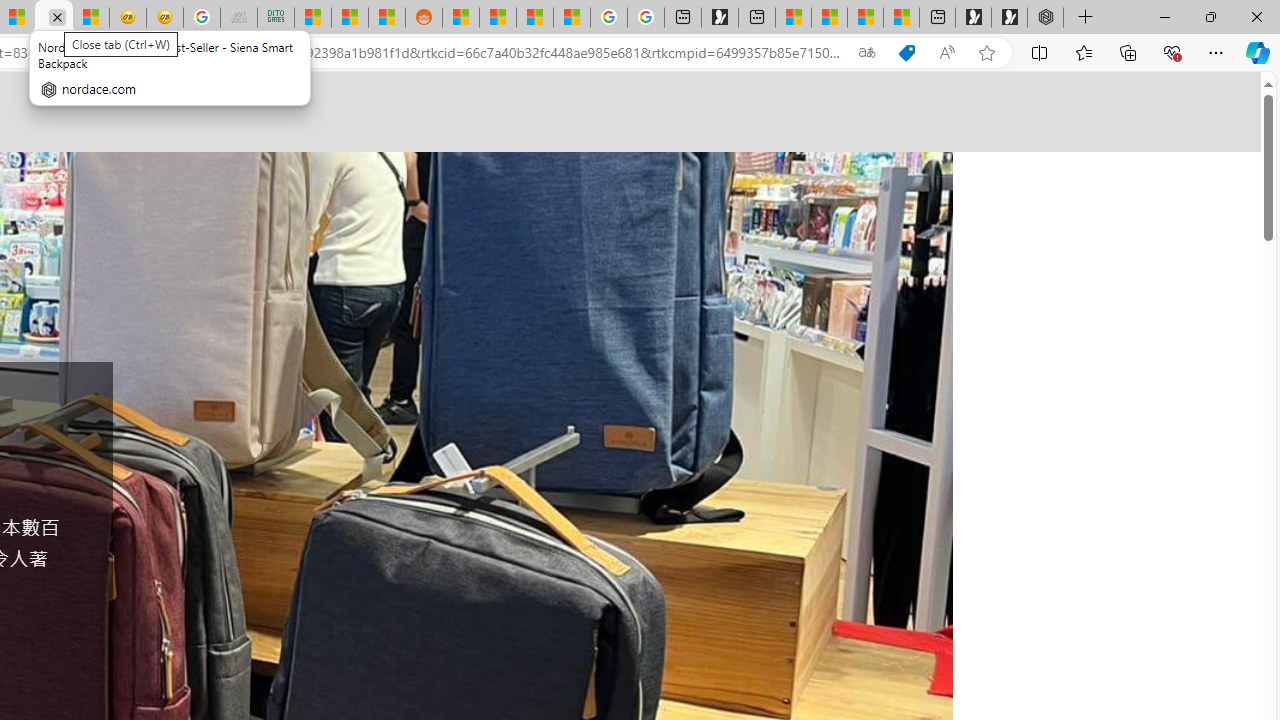 Image resolution: width=1280 pixels, height=720 pixels. I want to click on 'New tab', so click(936, 17).